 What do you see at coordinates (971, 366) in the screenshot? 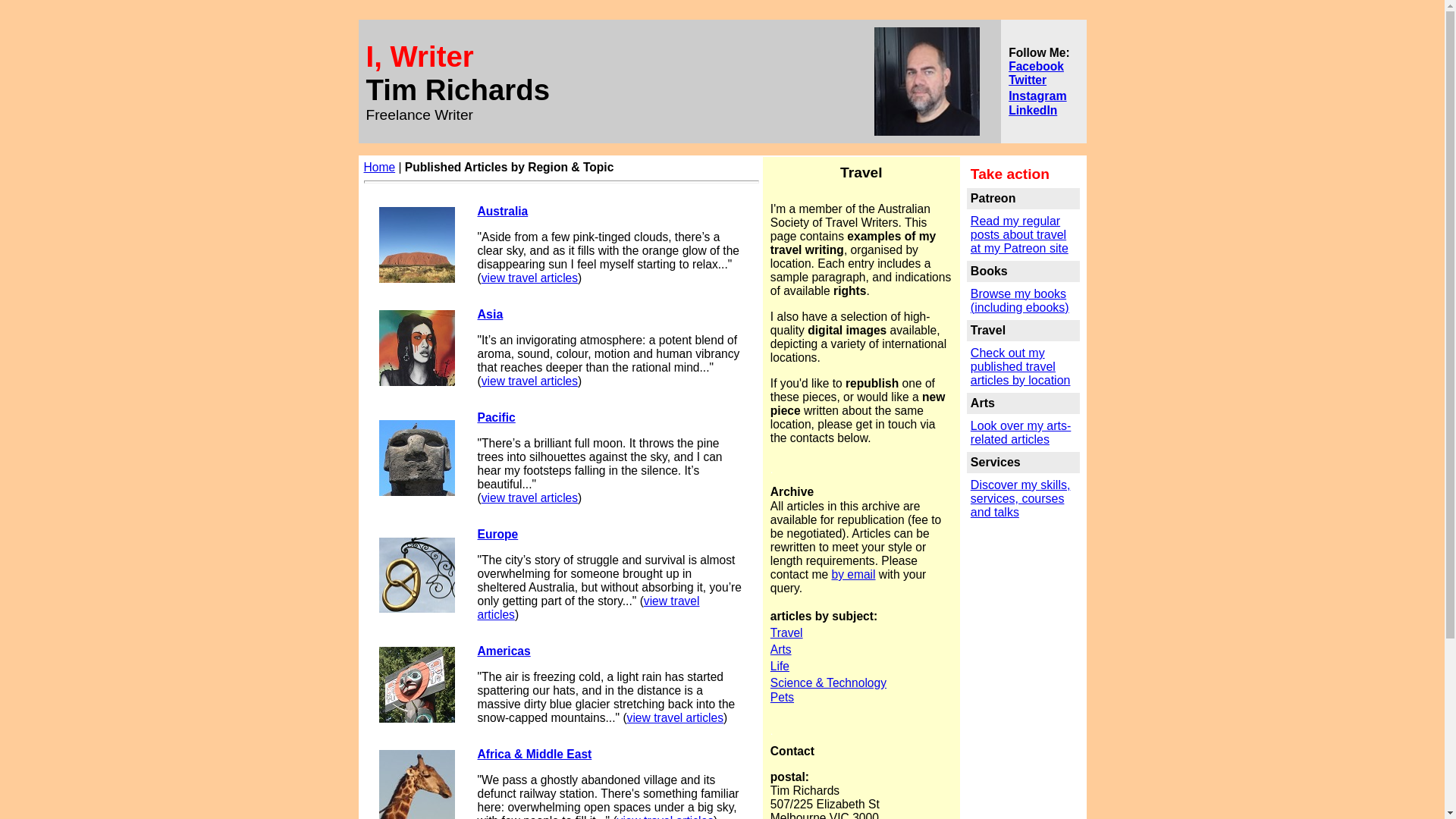
I see `'Check out my published travel articles by location'` at bounding box center [971, 366].